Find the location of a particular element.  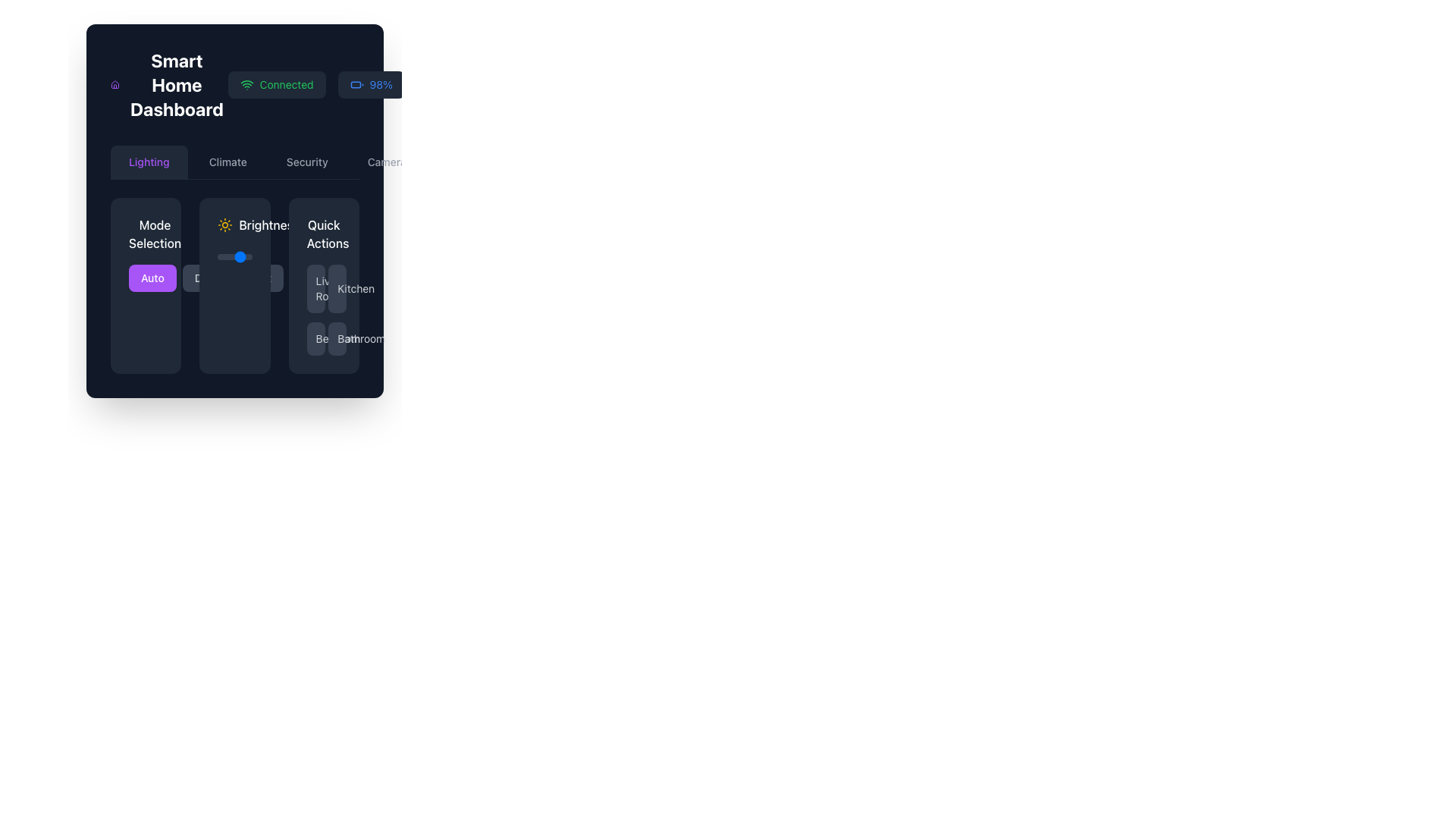

the text label displaying '75%' which is positioned to the right of the 'Brightness' label and above the 'Quick Actions' section is located at coordinates (309, 225).